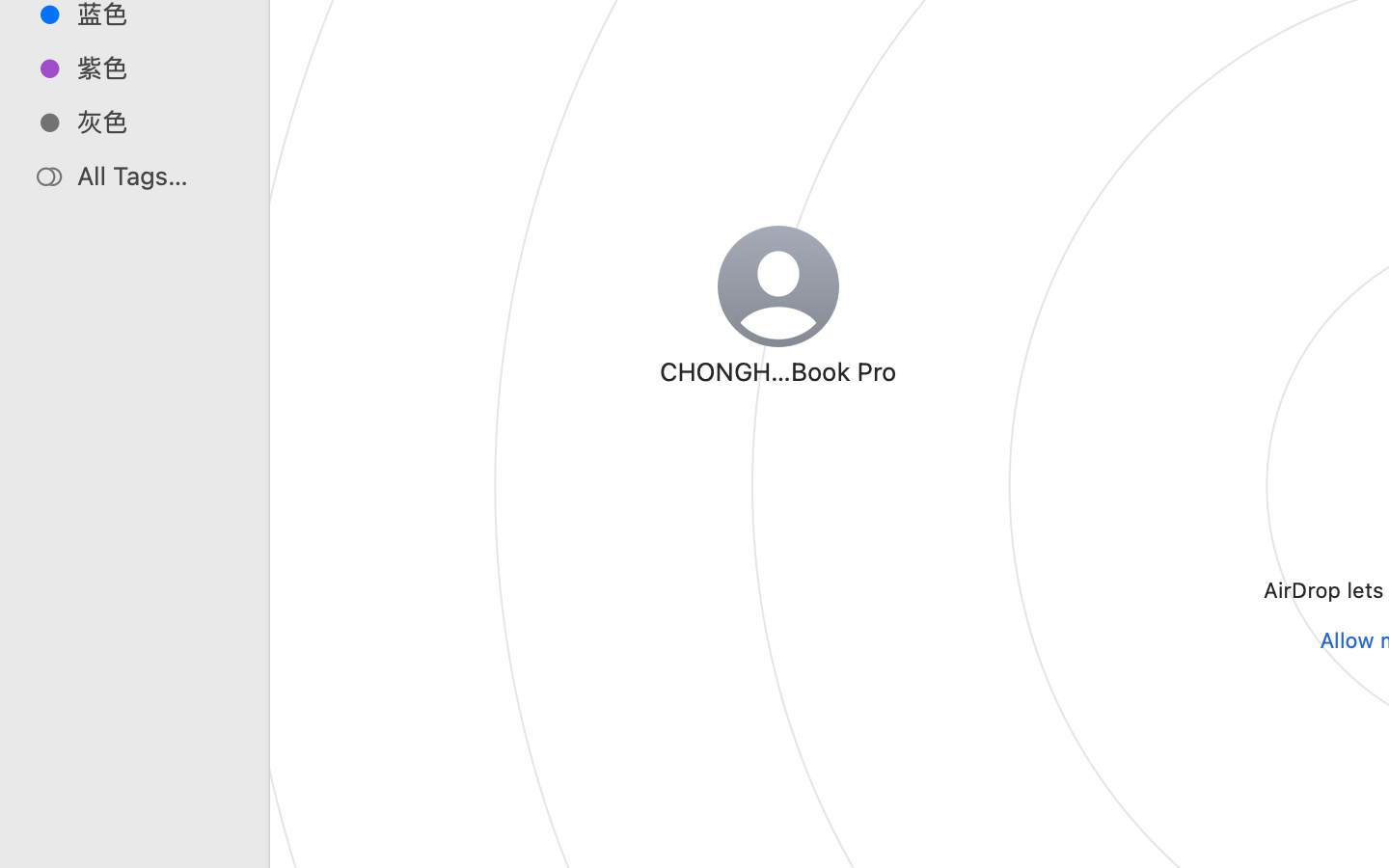 Image resolution: width=1389 pixels, height=868 pixels. Describe the element at coordinates (153, 175) in the screenshot. I see `'All Tags…'` at that location.